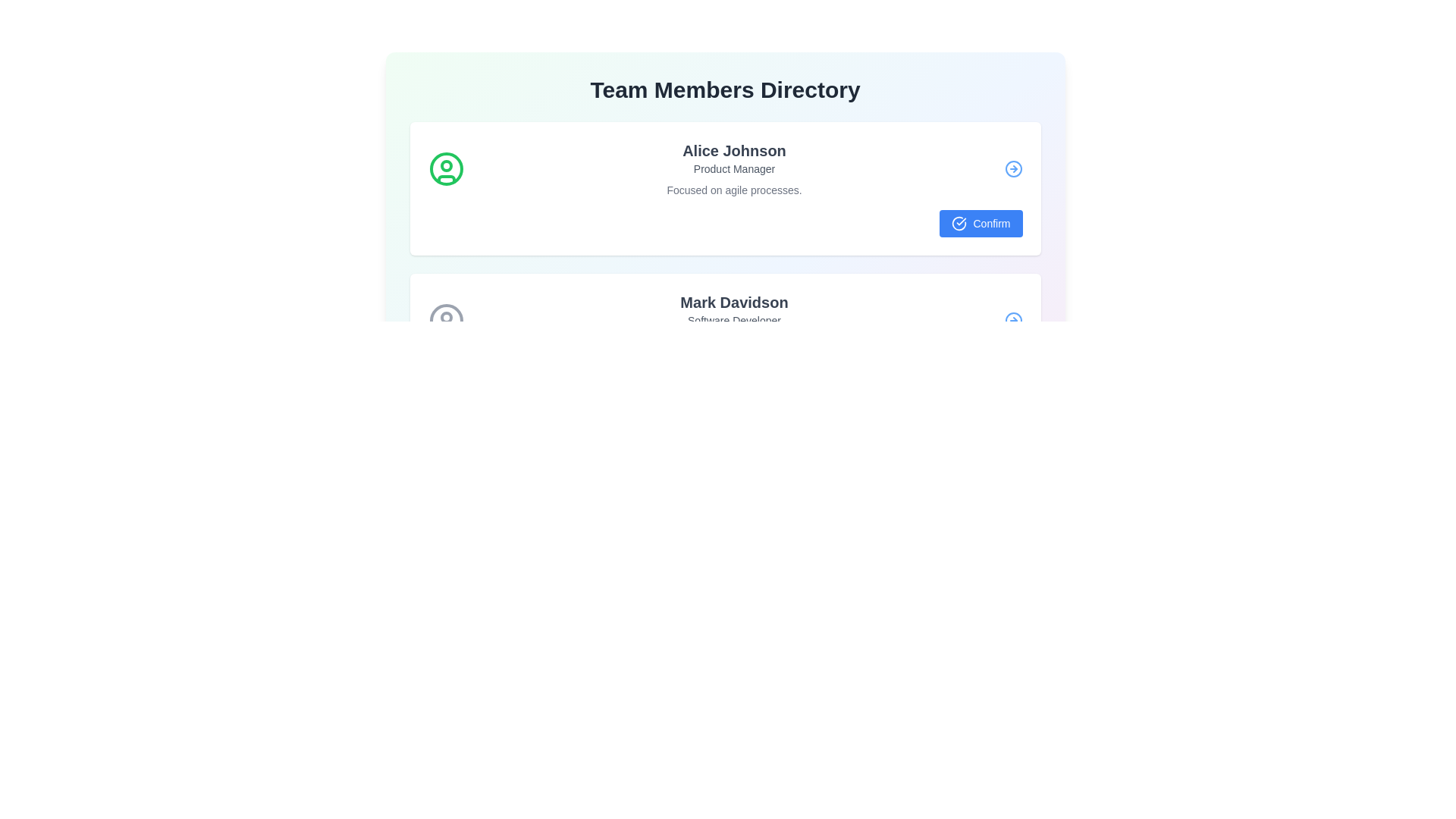 The image size is (1456, 819). Describe the element at coordinates (1013, 169) in the screenshot. I see `the arrow icon next to the member Alice Johnson` at that location.